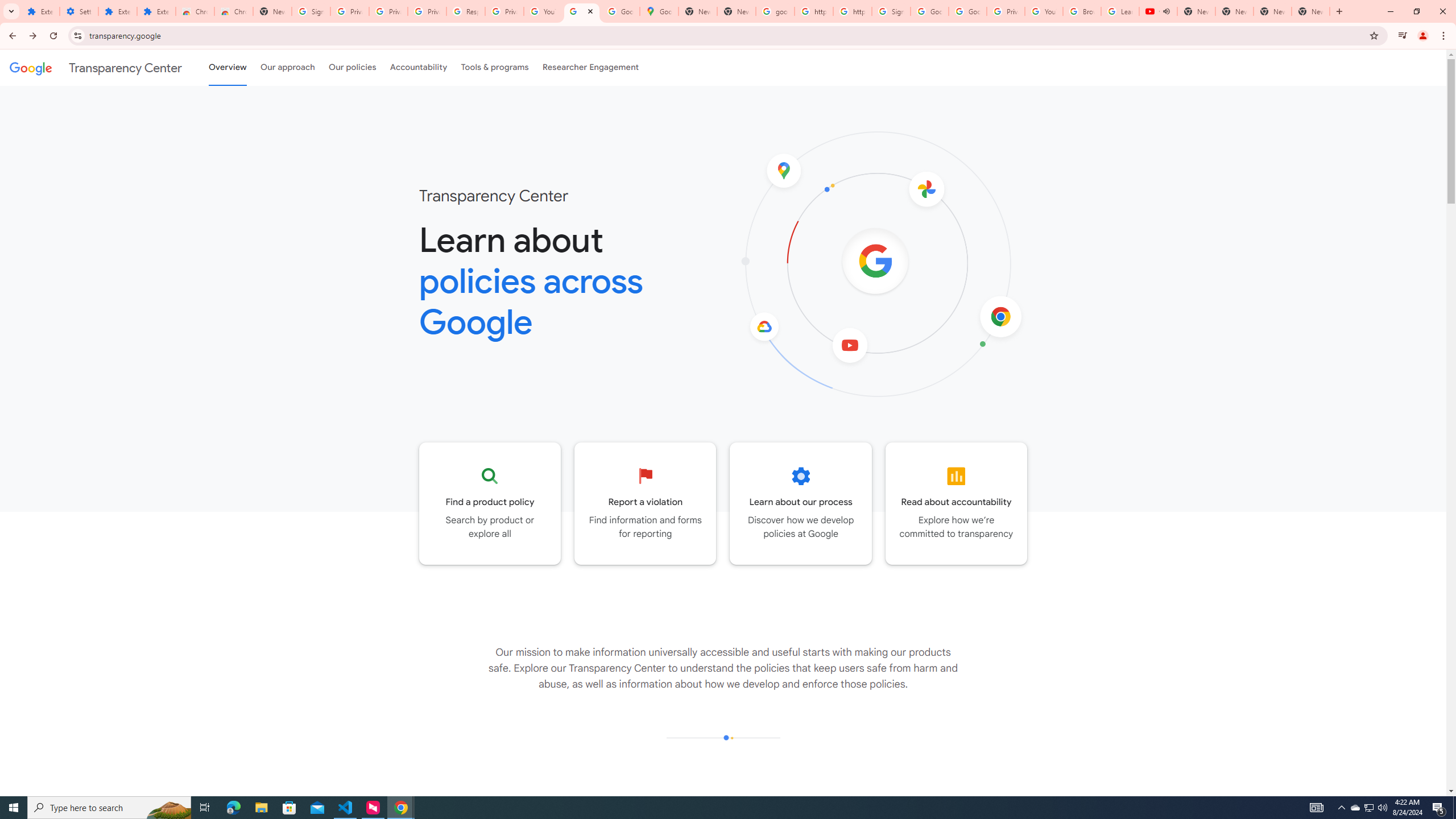 The image size is (1456, 819). I want to click on 'Accountability', so click(418, 67).